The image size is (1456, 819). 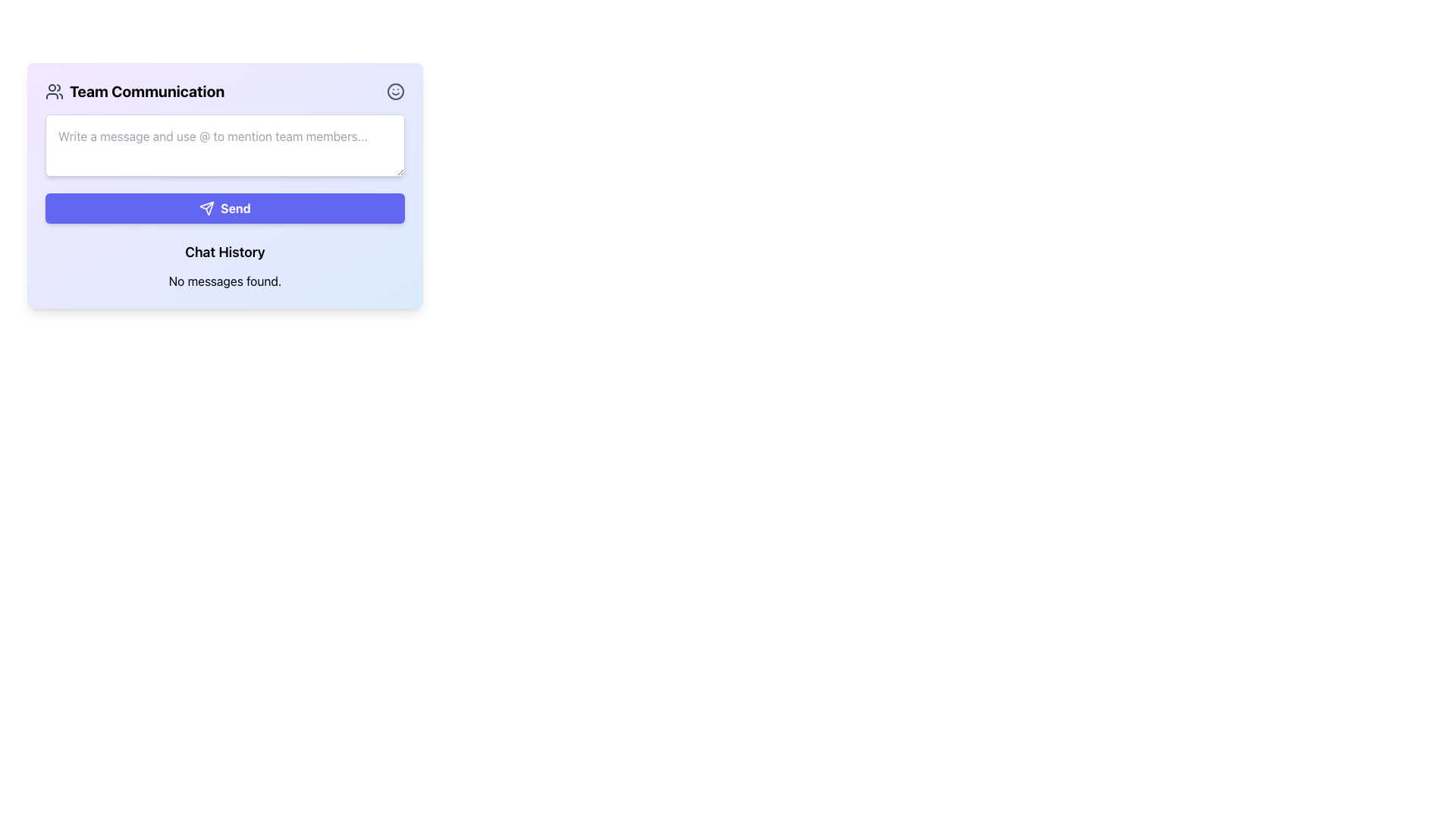 I want to click on the SVG Circle that represents an emoji-like icon in the chat communication interface, located adjacent to the title text 'Team Communication', so click(x=396, y=91).